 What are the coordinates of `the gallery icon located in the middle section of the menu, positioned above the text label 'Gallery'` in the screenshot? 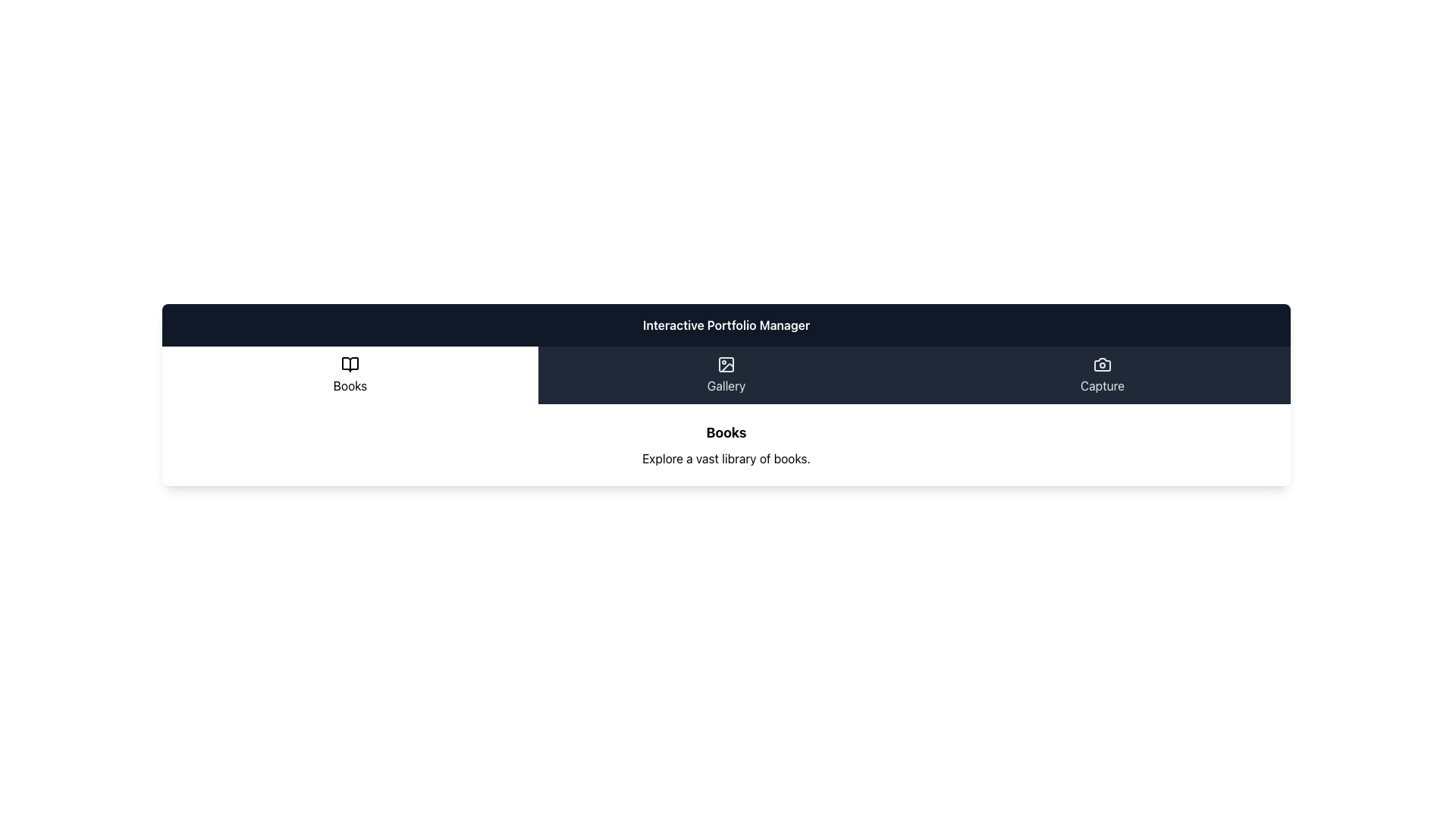 It's located at (726, 365).